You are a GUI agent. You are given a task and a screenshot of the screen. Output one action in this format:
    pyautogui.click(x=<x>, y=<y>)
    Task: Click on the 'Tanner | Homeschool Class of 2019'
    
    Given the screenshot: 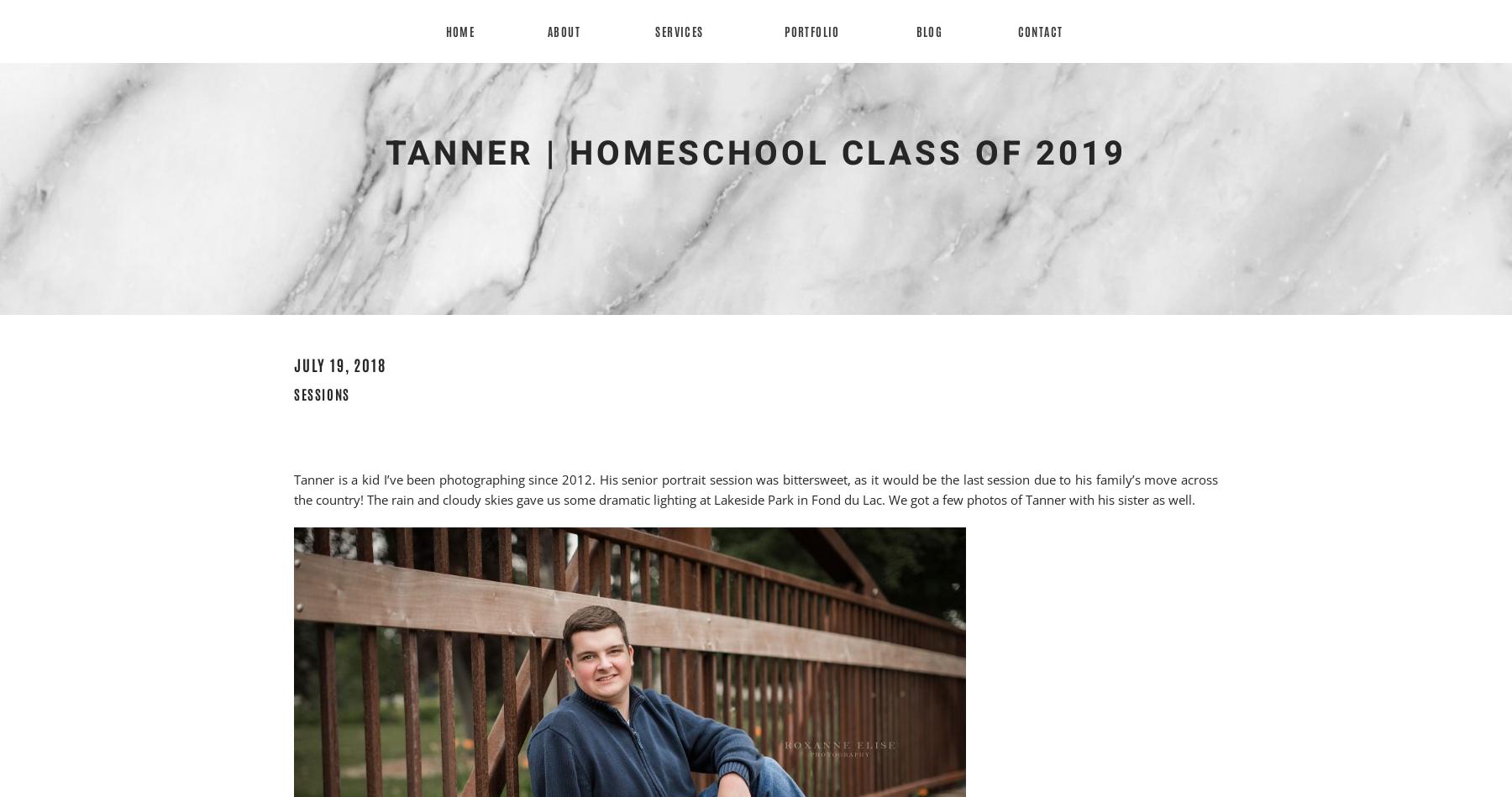 What is the action you would take?
    pyautogui.click(x=756, y=153)
    